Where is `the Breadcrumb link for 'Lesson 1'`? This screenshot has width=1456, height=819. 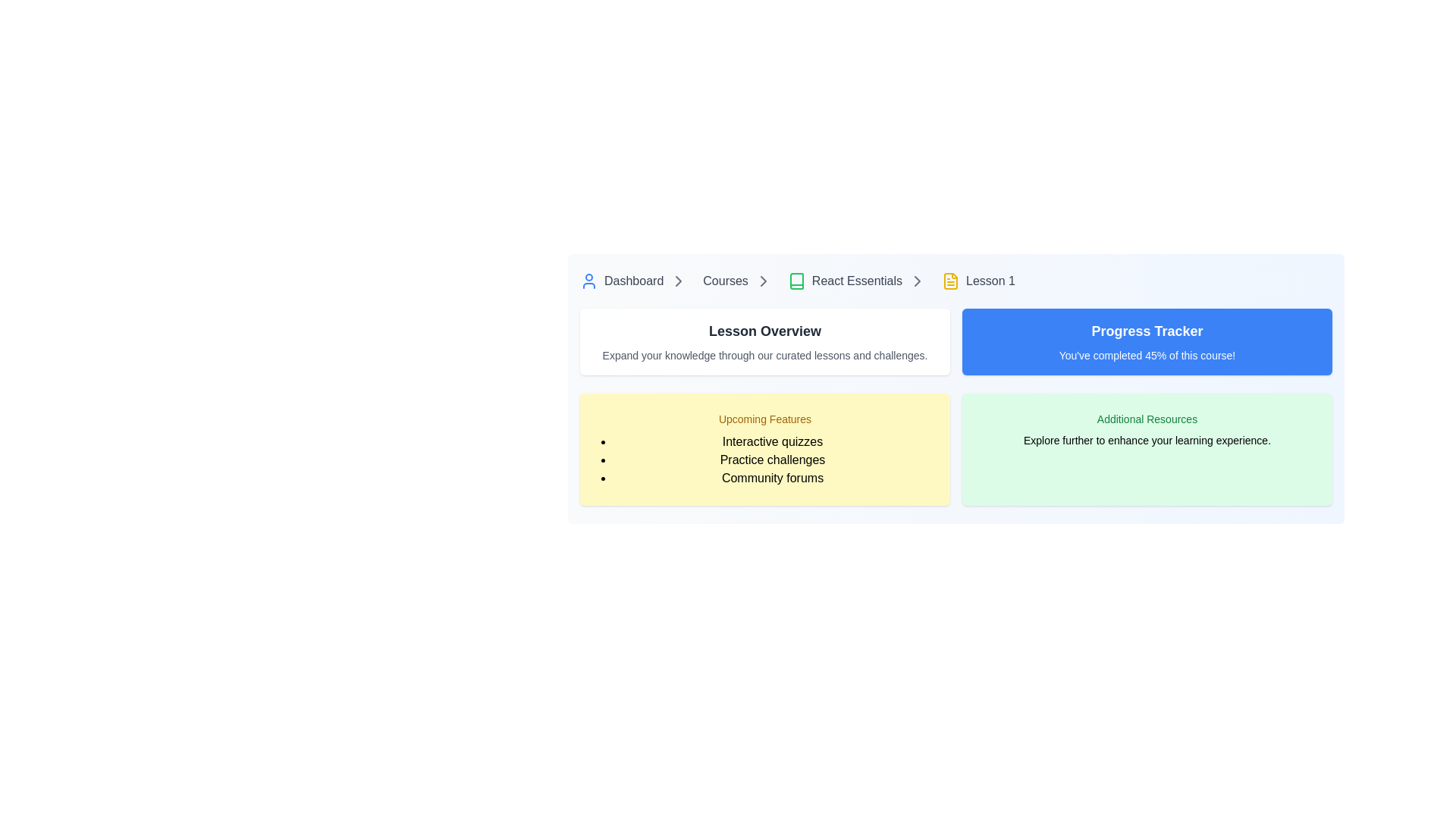 the Breadcrumb link for 'Lesson 1' is located at coordinates (978, 281).